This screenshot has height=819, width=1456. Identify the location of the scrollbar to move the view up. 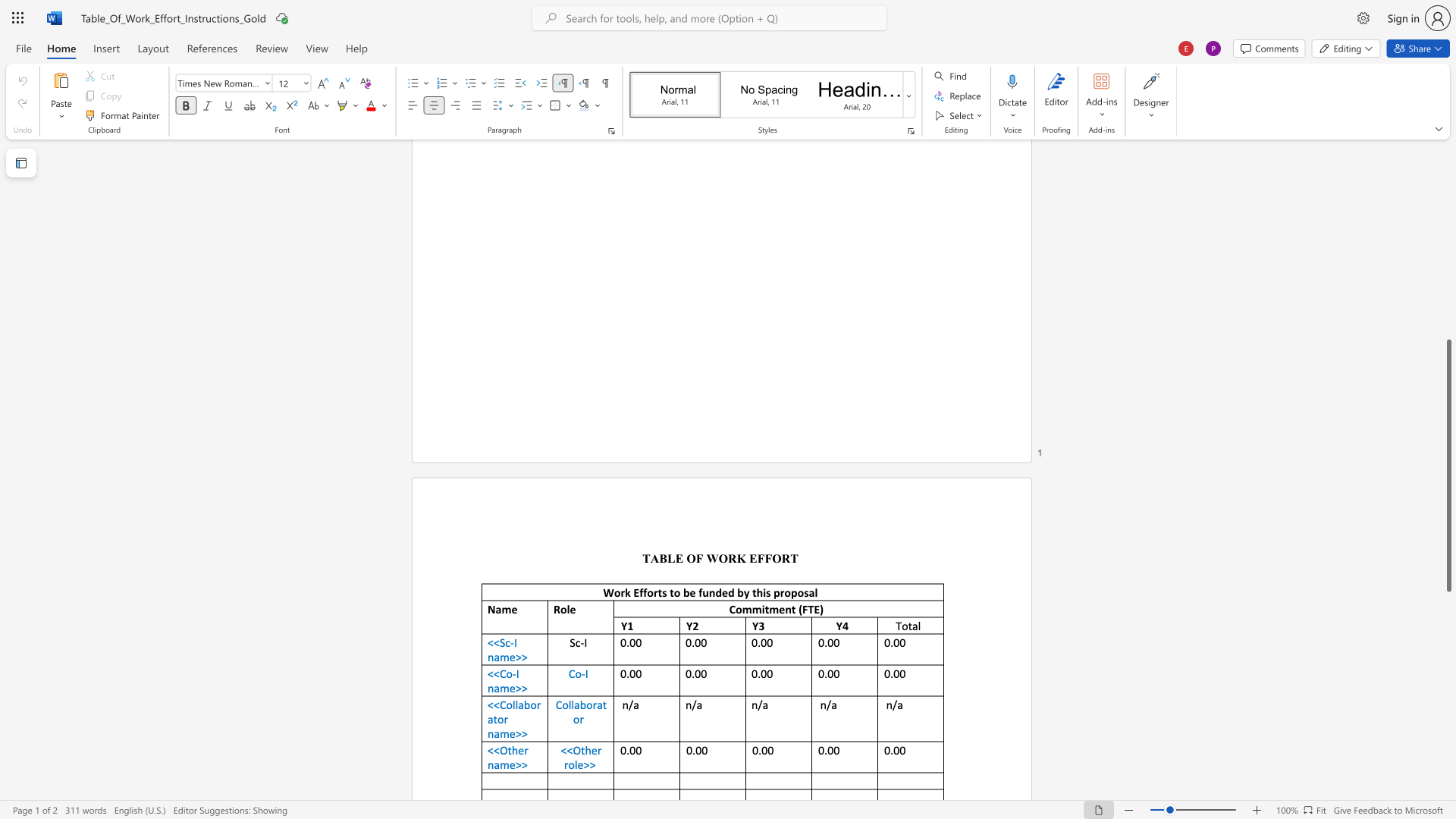
(1448, 271).